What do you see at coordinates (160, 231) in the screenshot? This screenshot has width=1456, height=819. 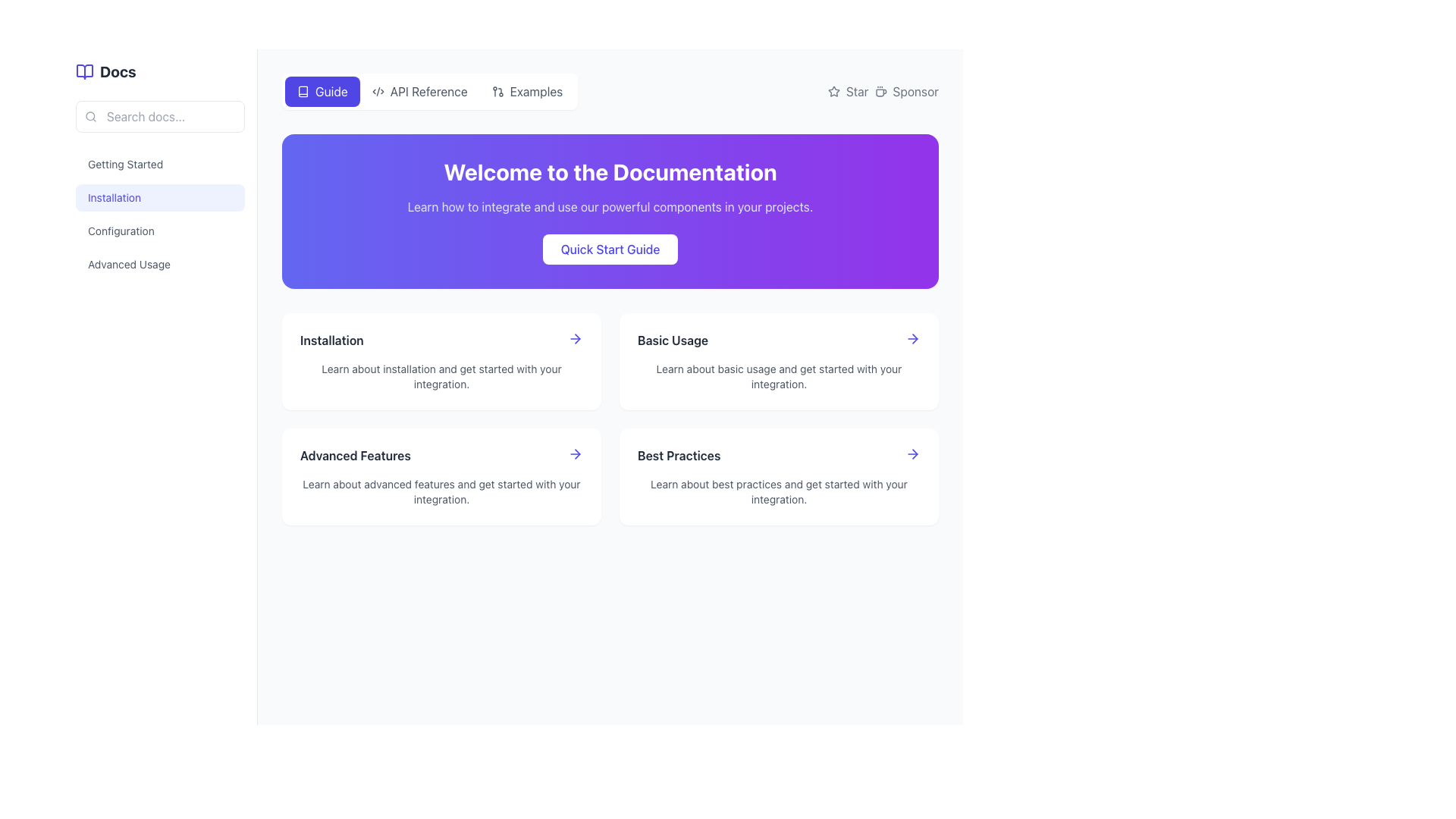 I see `the 'Configuration' button located in the left sidebar, which is the third item in the vertical list` at bounding box center [160, 231].